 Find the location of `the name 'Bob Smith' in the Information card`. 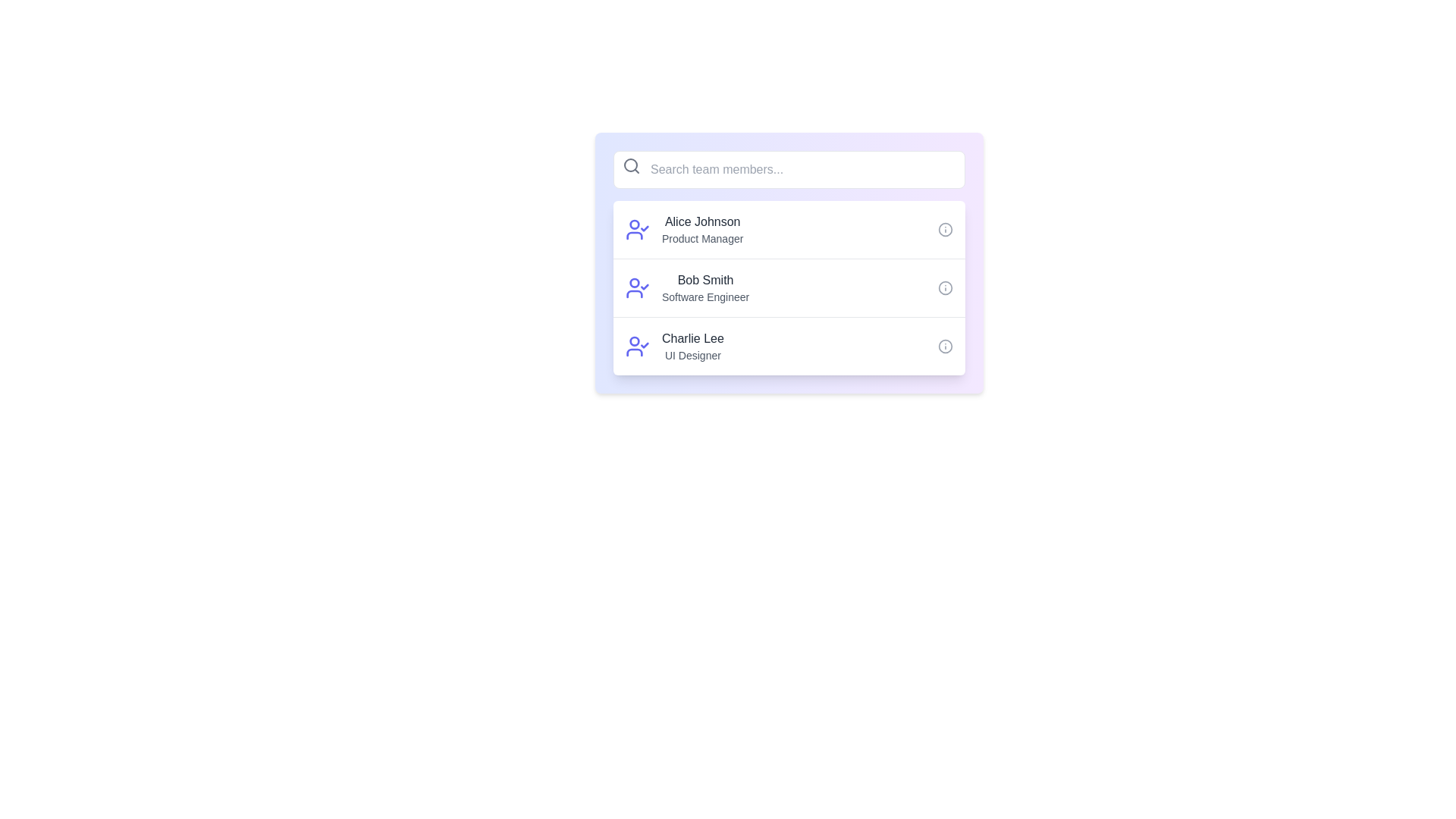

the name 'Bob Smith' in the Information card is located at coordinates (789, 262).